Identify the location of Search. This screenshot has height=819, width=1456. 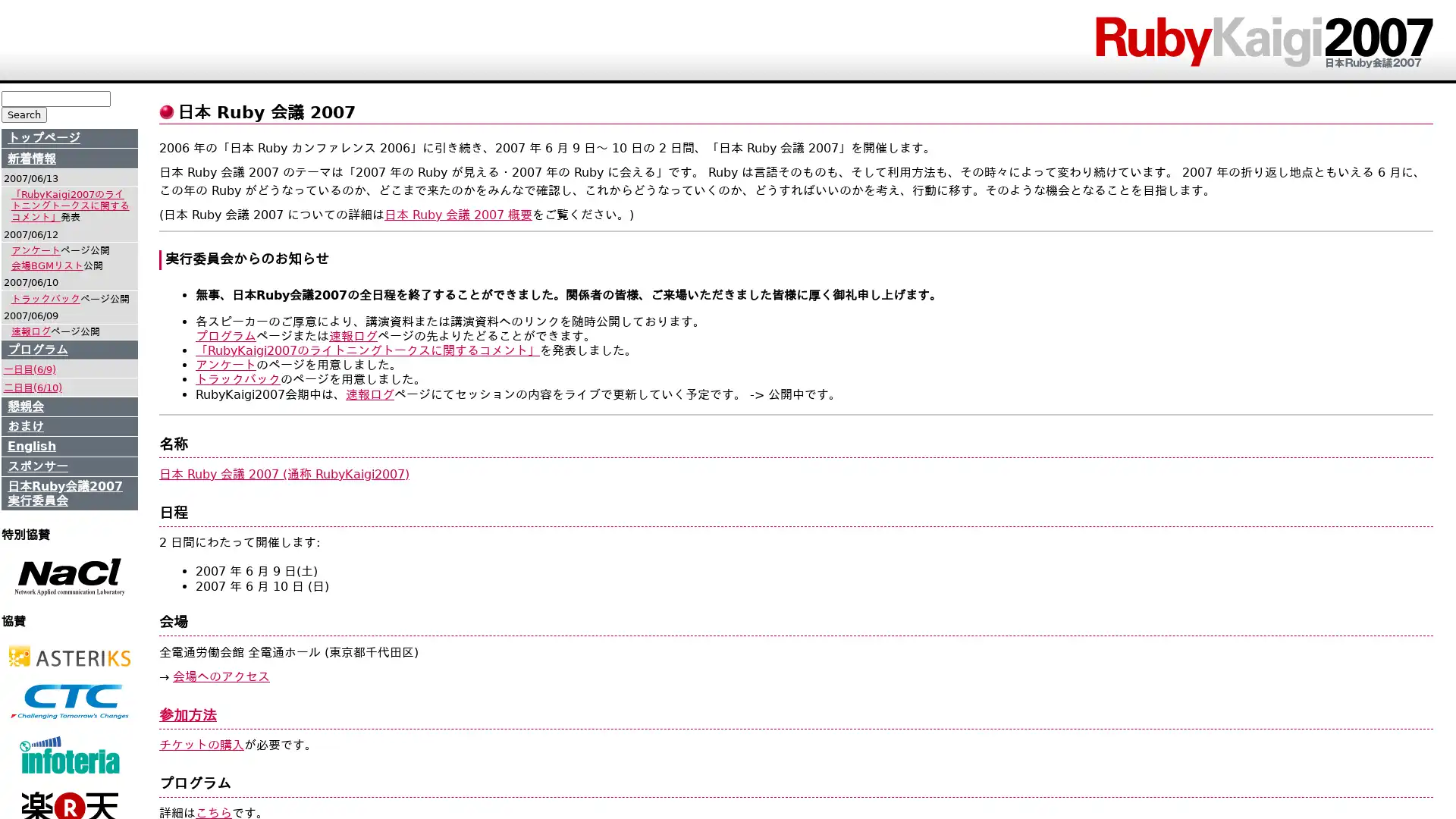
(24, 114).